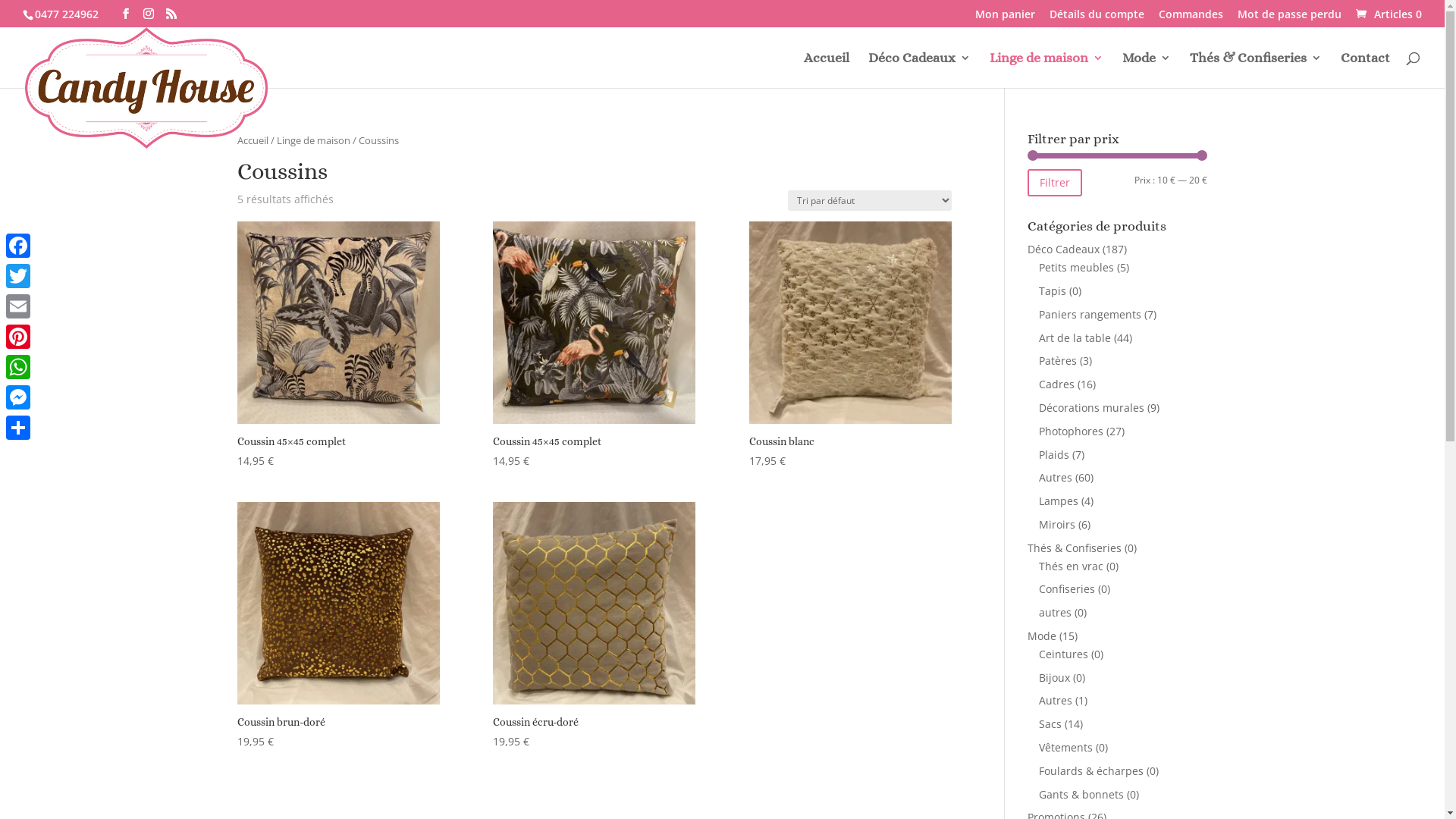  What do you see at coordinates (1387, 13) in the screenshot?
I see `'Articles 0'` at bounding box center [1387, 13].